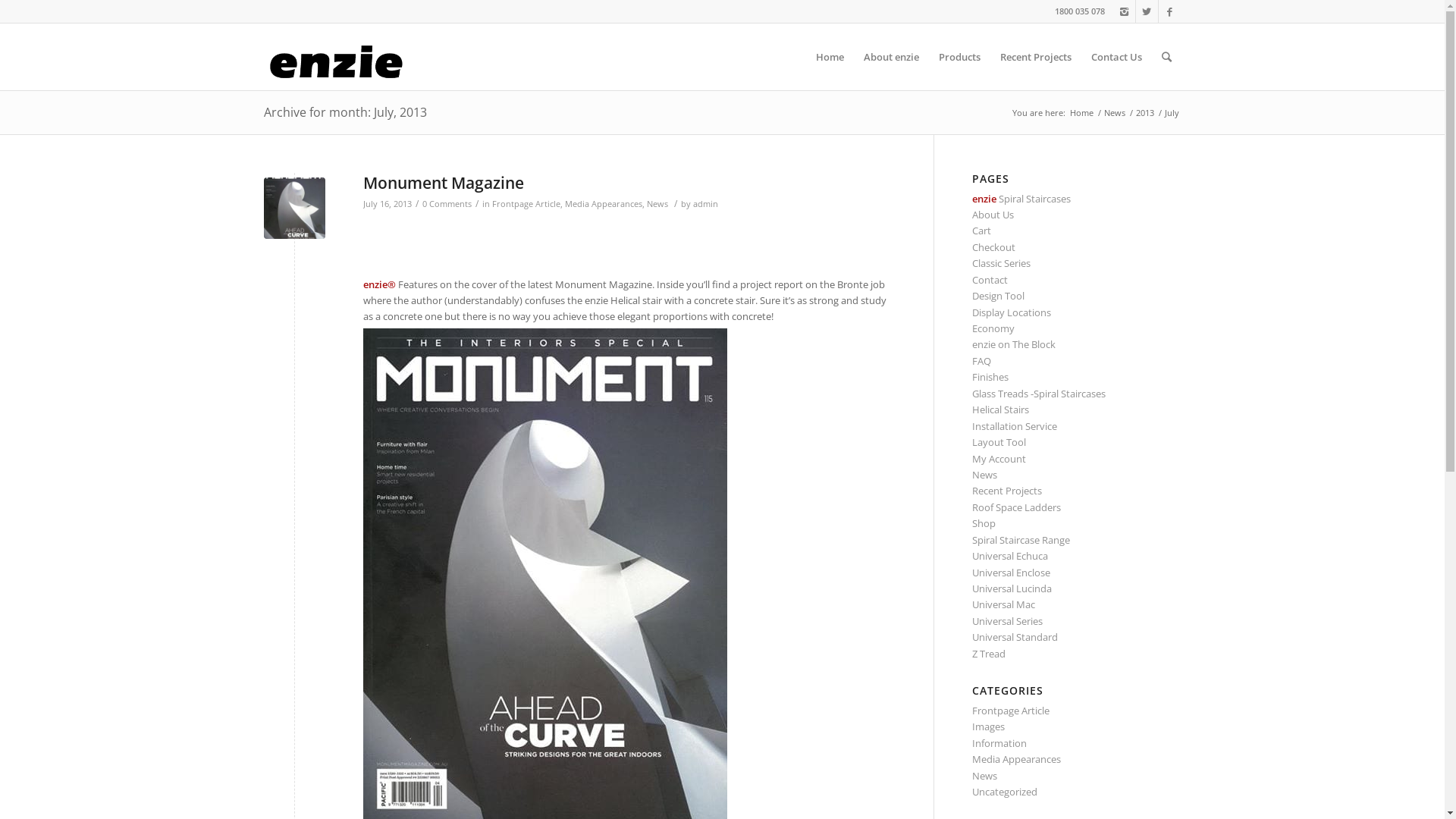 The image size is (1456, 819). I want to click on 'Twitter', so click(1147, 11).